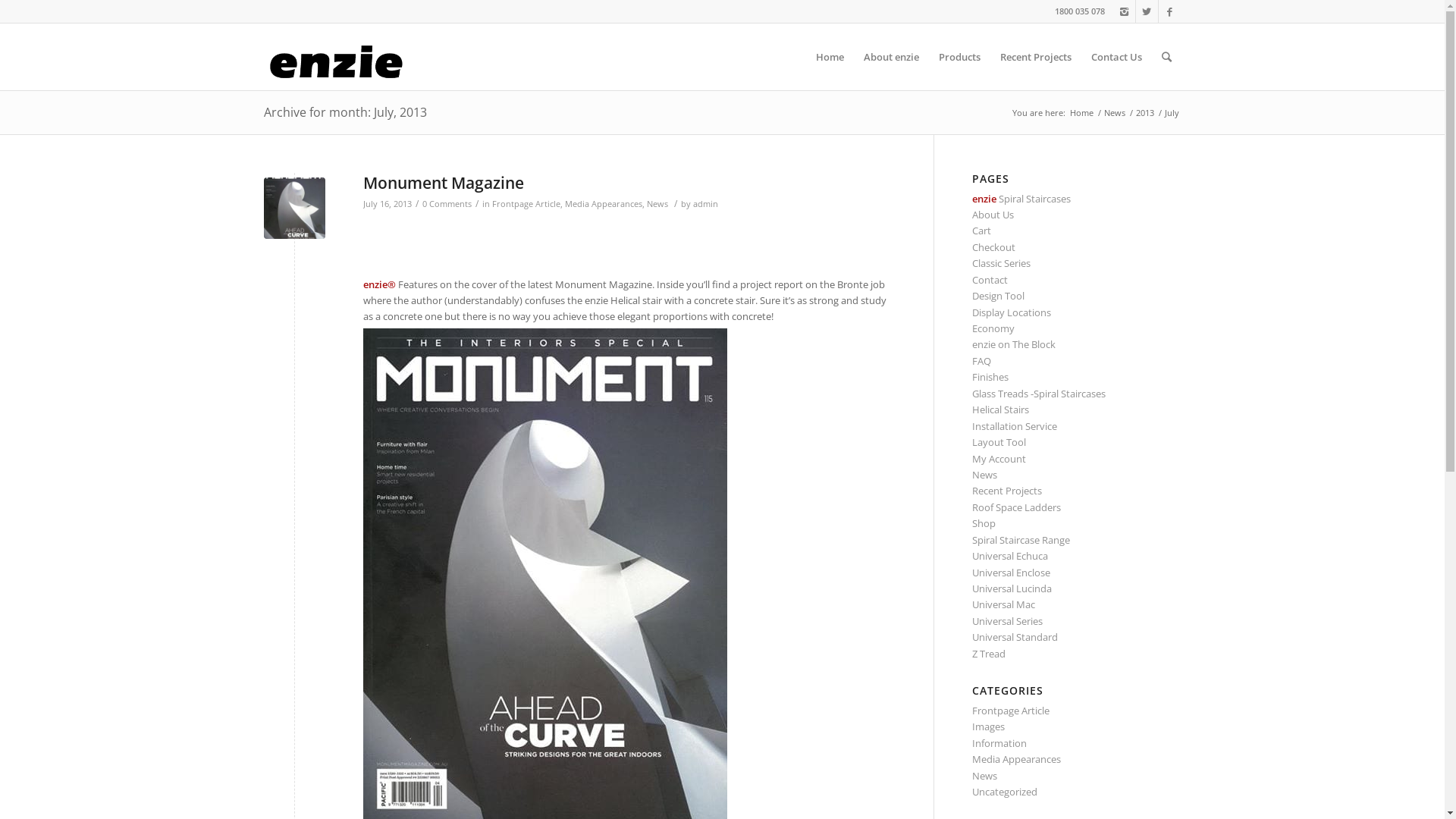 The image size is (1456, 819). I want to click on 'Twitter', so click(1147, 11).